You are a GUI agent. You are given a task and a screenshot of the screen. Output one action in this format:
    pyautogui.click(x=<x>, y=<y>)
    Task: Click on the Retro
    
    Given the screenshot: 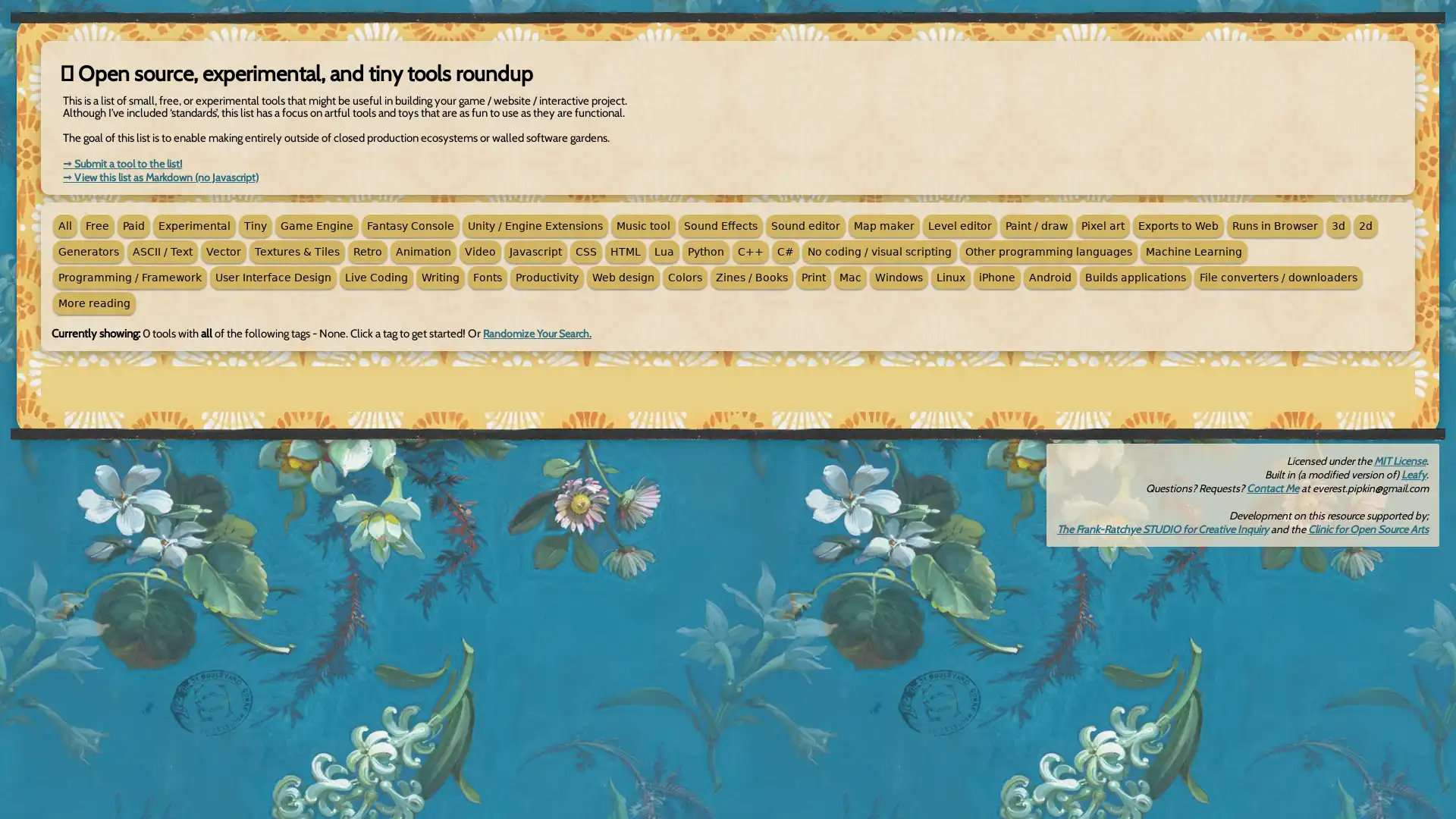 What is the action you would take?
    pyautogui.click(x=367, y=250)
    